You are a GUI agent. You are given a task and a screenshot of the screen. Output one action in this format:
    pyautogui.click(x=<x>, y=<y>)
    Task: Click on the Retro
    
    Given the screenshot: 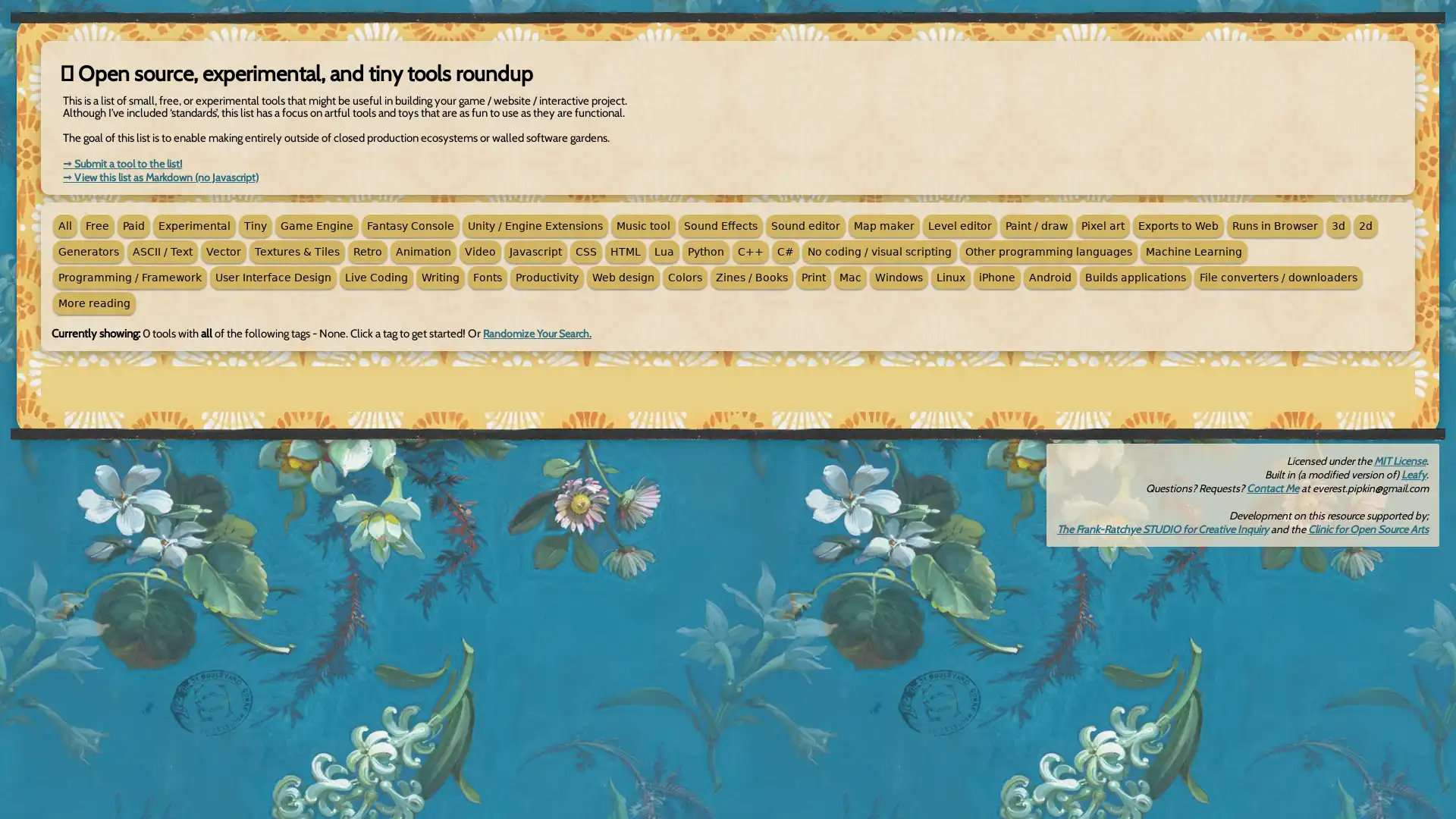 What is the action you would take?
    pyautogui.click(x=367, y=250)
    